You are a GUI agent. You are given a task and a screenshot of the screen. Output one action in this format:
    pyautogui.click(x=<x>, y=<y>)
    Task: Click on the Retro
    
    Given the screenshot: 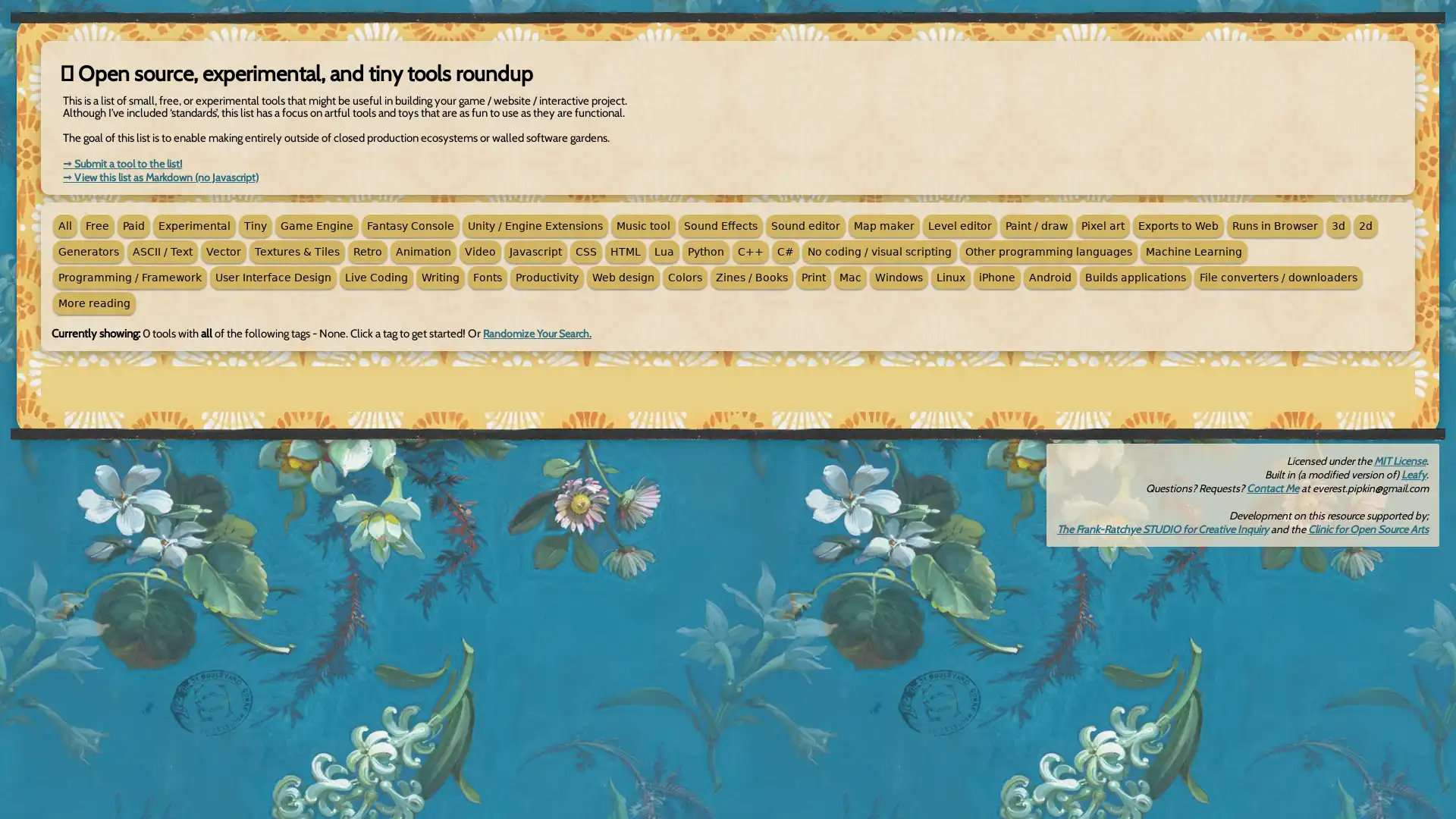 What is the action you would take?
    pyautogui.click(x=367, y=250)
    